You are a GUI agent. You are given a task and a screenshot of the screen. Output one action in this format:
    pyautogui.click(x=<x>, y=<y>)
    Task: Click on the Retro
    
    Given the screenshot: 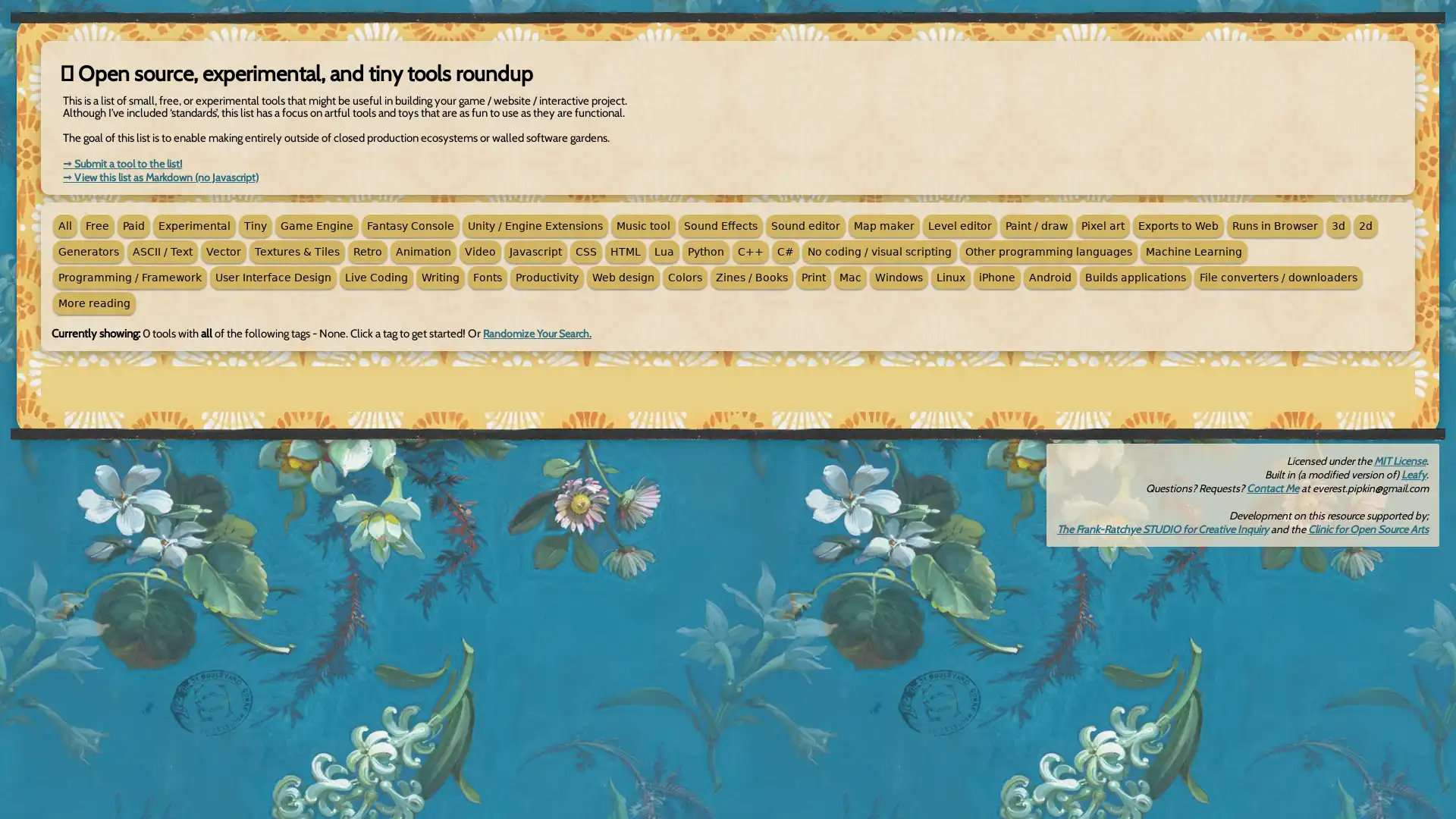 What is the action you would take?
    pyautogui.click(x=367, y=250)
    